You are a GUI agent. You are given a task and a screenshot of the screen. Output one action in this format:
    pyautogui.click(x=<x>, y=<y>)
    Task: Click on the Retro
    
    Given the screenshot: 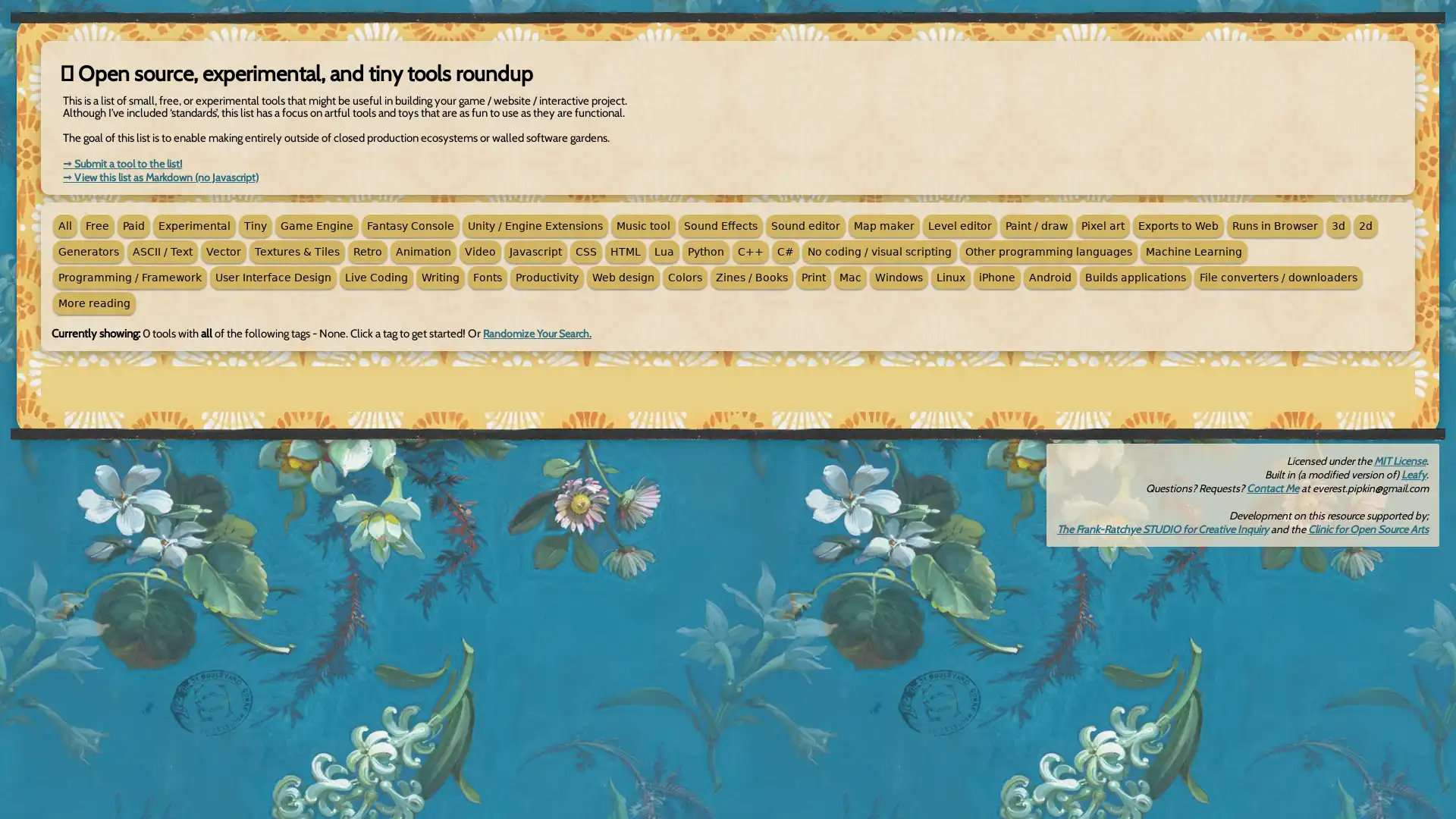 What is the action you would take?
    pyautogui.click(x=367, y=250)
    